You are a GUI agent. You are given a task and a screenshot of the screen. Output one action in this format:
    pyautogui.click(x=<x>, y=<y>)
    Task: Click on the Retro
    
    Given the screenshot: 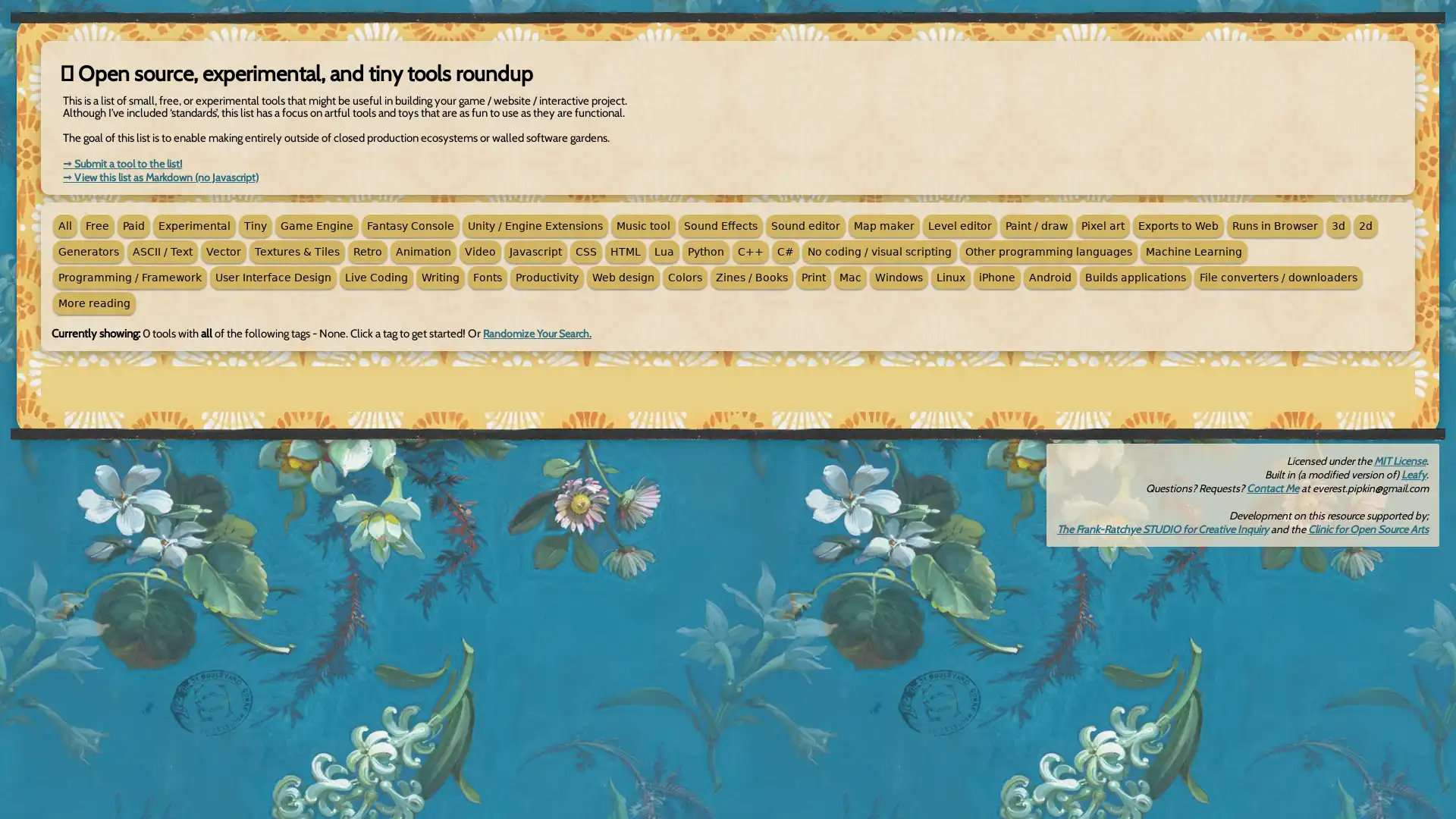 What is the action you would take?
    pyautogui.click(x=367, y=250)
    